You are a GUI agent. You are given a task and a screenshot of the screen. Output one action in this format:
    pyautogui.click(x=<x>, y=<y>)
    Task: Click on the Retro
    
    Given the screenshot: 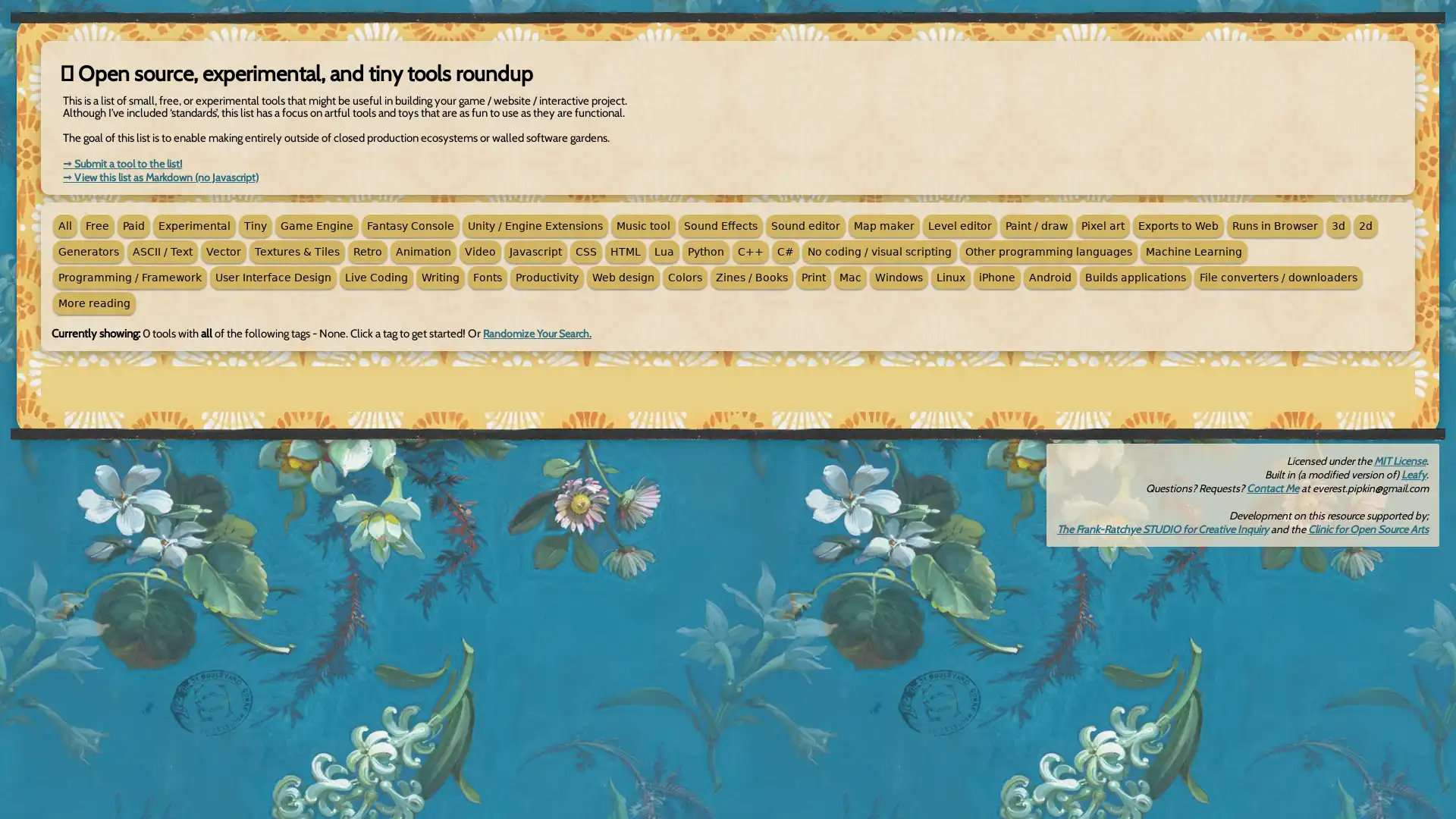 What is the action you would take?
    pyautogui.click(x=367, y=250)
    